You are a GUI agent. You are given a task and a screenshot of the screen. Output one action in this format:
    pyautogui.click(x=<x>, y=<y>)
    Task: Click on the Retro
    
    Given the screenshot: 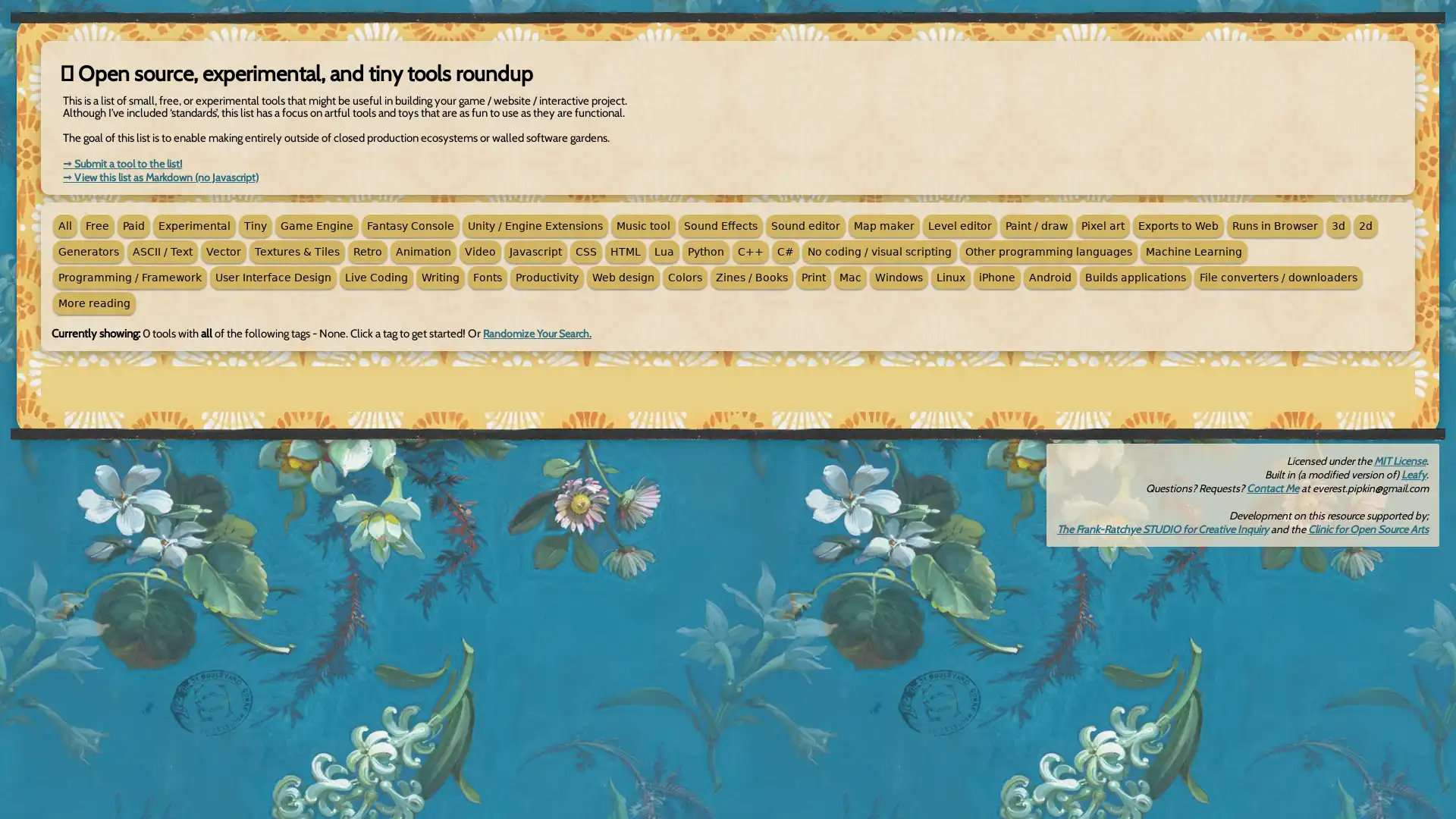 What is the action you would take?
    pyautogui.click(x=367, y=250)
    